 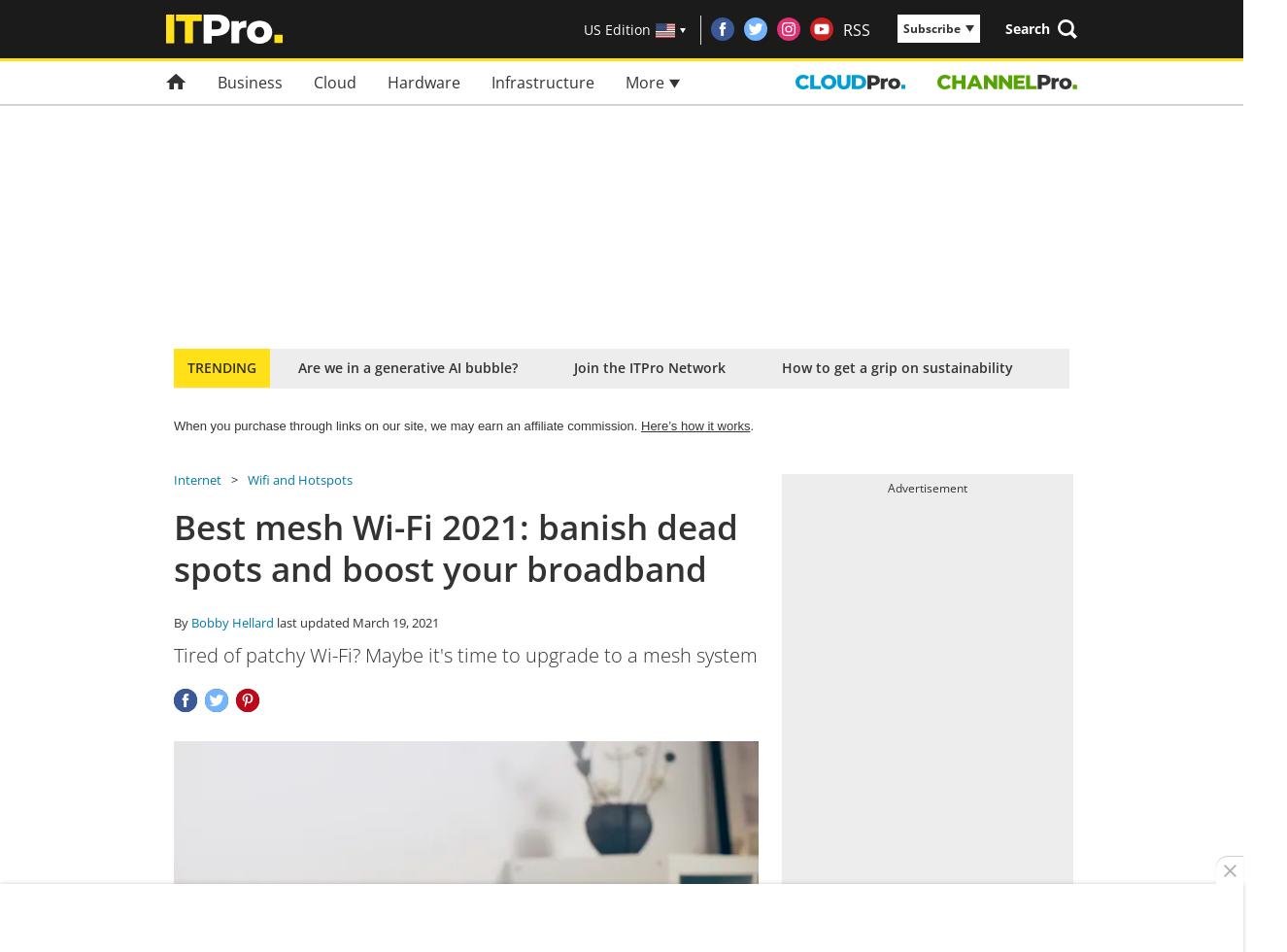 What do you see at coordinates (455, 547) in the screenshot?
I see `'Best mesh Wi-Fi 2021: banish dead spots and boost your broadband'` at bounding box center [455, 547].